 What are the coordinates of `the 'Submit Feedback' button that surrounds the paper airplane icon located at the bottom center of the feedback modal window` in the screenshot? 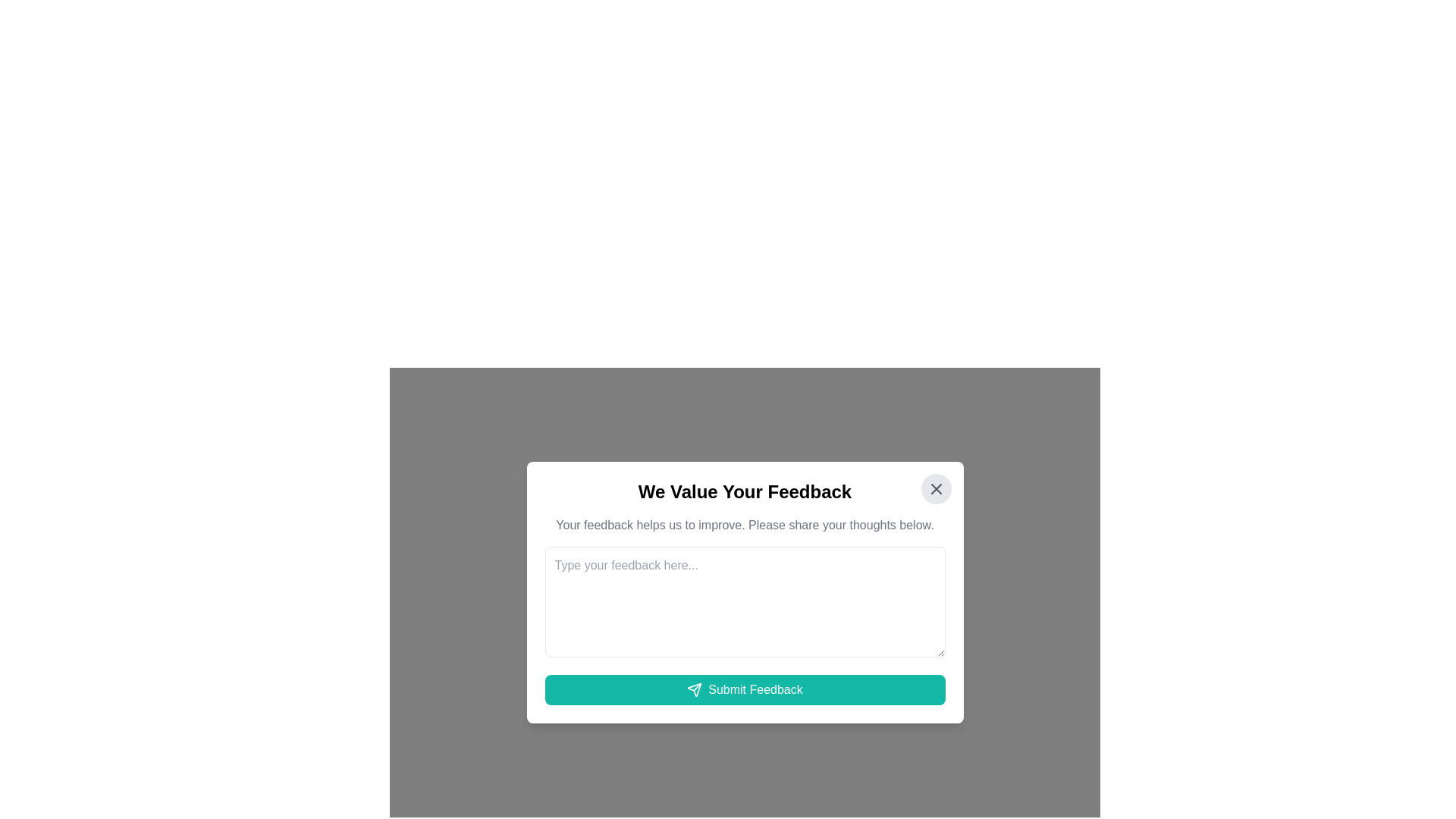 It's located at (694, 690).